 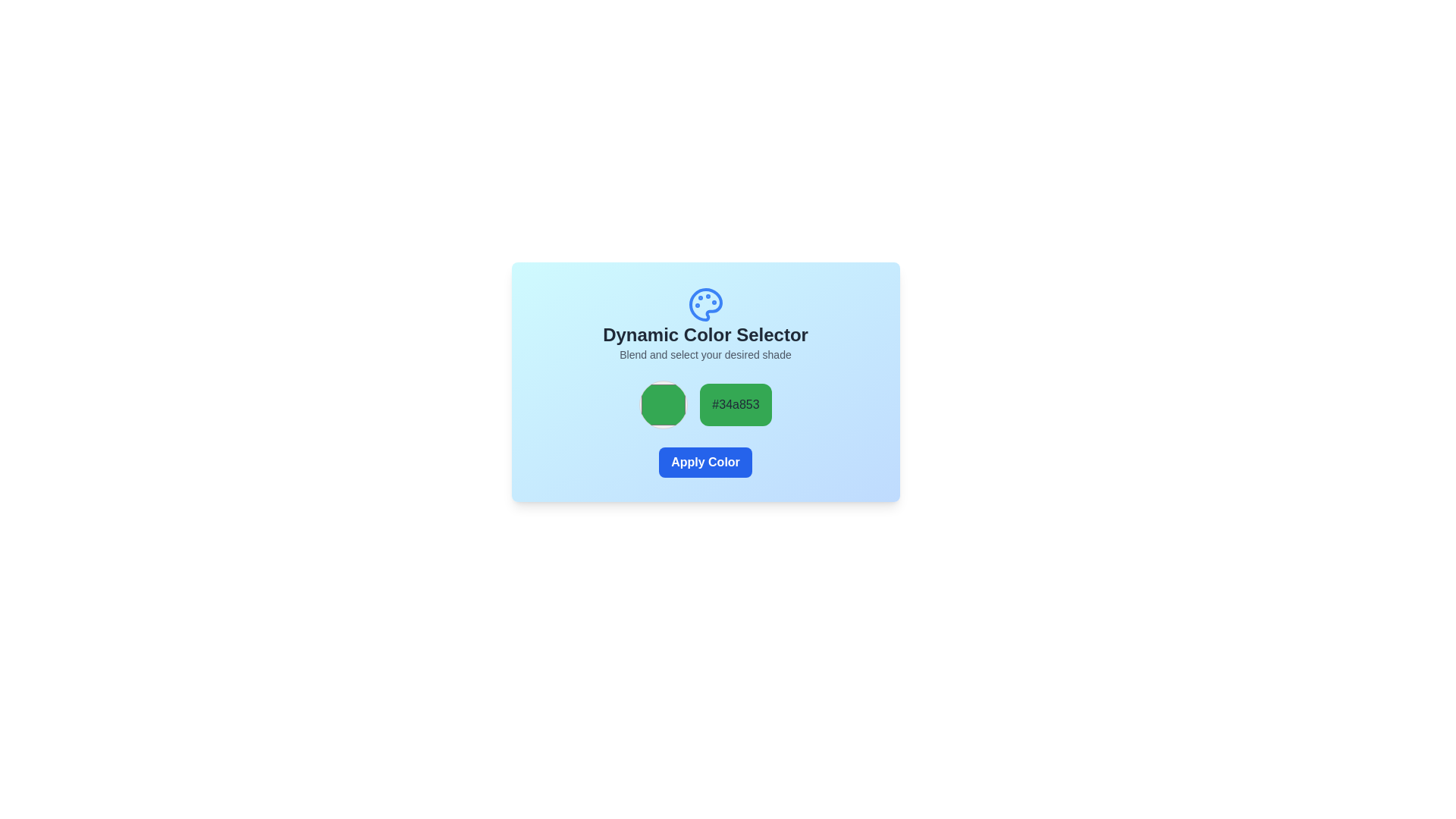 I want to click on the Label or Display Element that visually represents the color code '#34a853', located to the right of the circular color selector and above the 'Apply Color' button, so click(x=736, y=403).